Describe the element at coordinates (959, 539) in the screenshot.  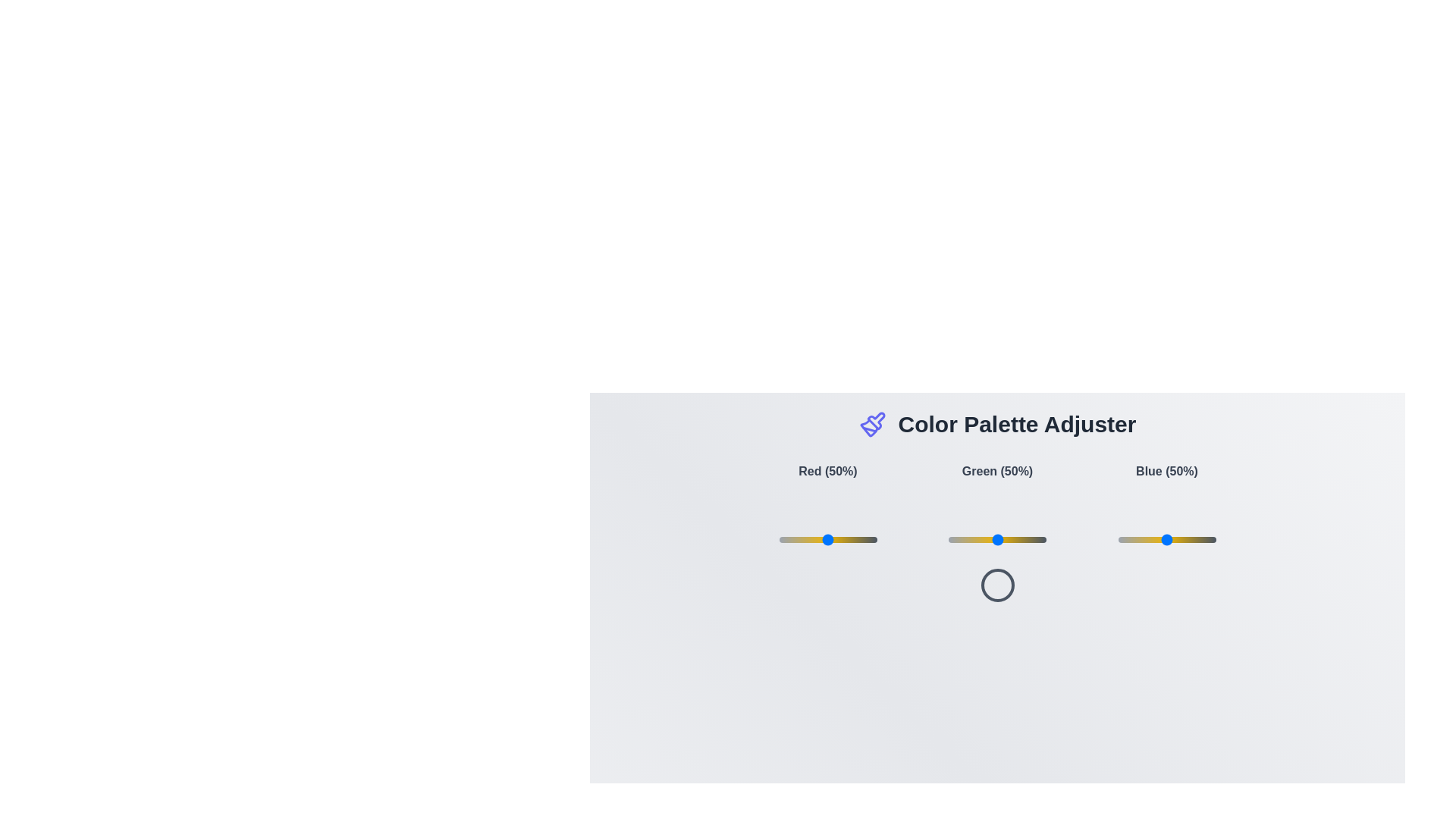
I see `the green slider to 12%` at that location.